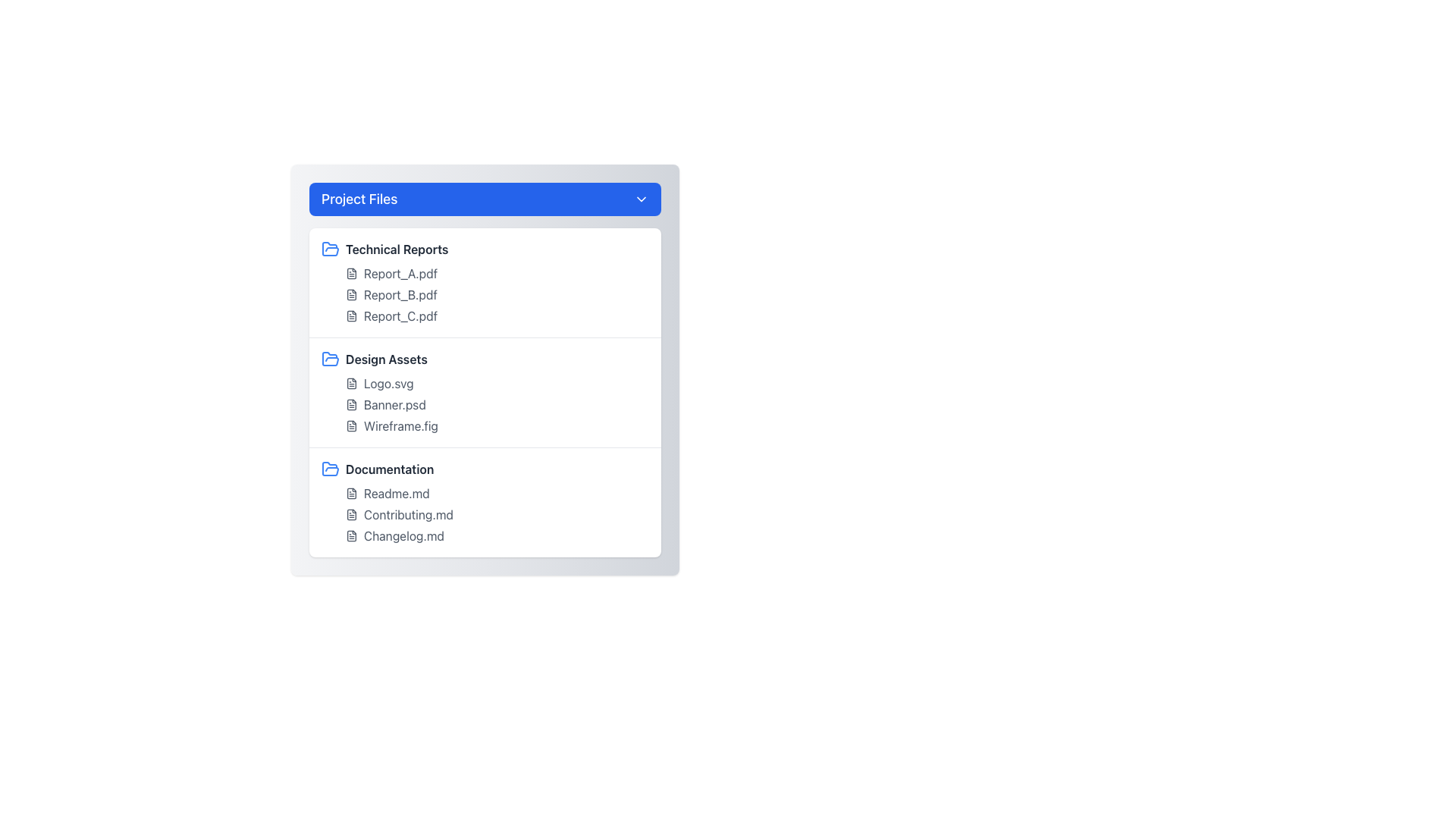 This screenshot has height=819, width=1456. What do you see at coordinates (351, 494) in the screenshot?
I see `the small gray document icon with a folded corner next to the 'Readme.md' text label in the 'Documentation' section of the file list` at bounding box center [351, 494].